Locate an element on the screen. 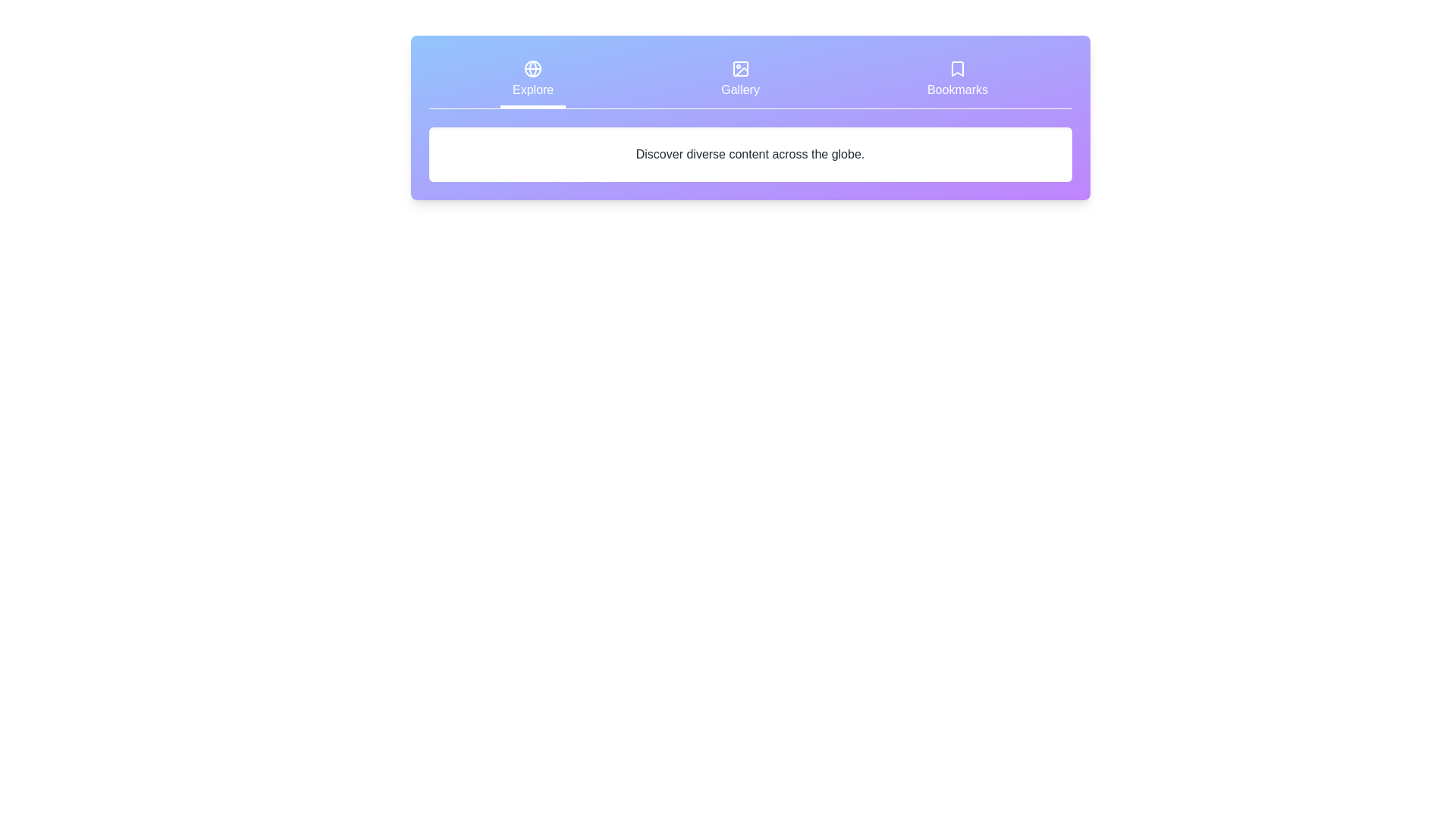 The width and height of the screenshot is (1456, 819). the Gallery tab by clicking on it is located at coordinates (741, 81).